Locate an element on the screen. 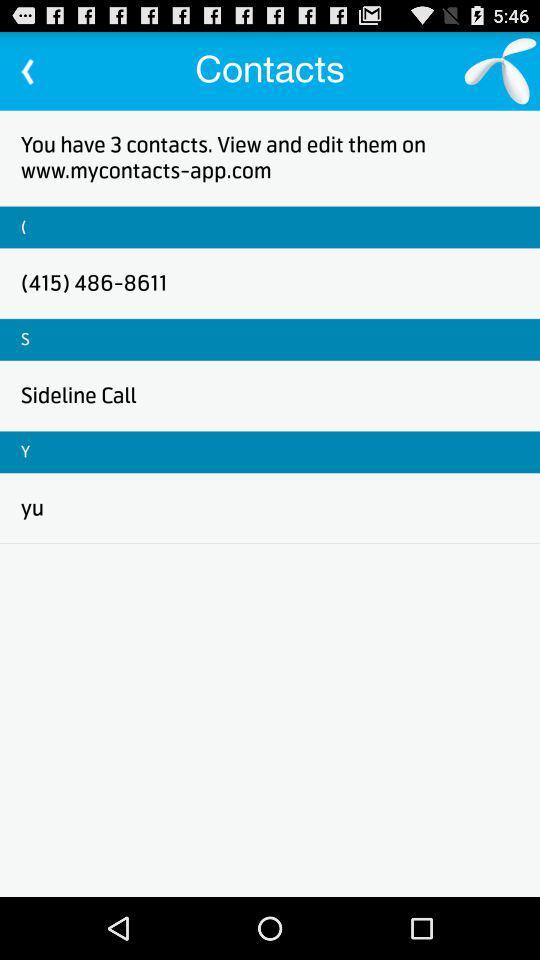  y item is located at coordinates (24, 452).